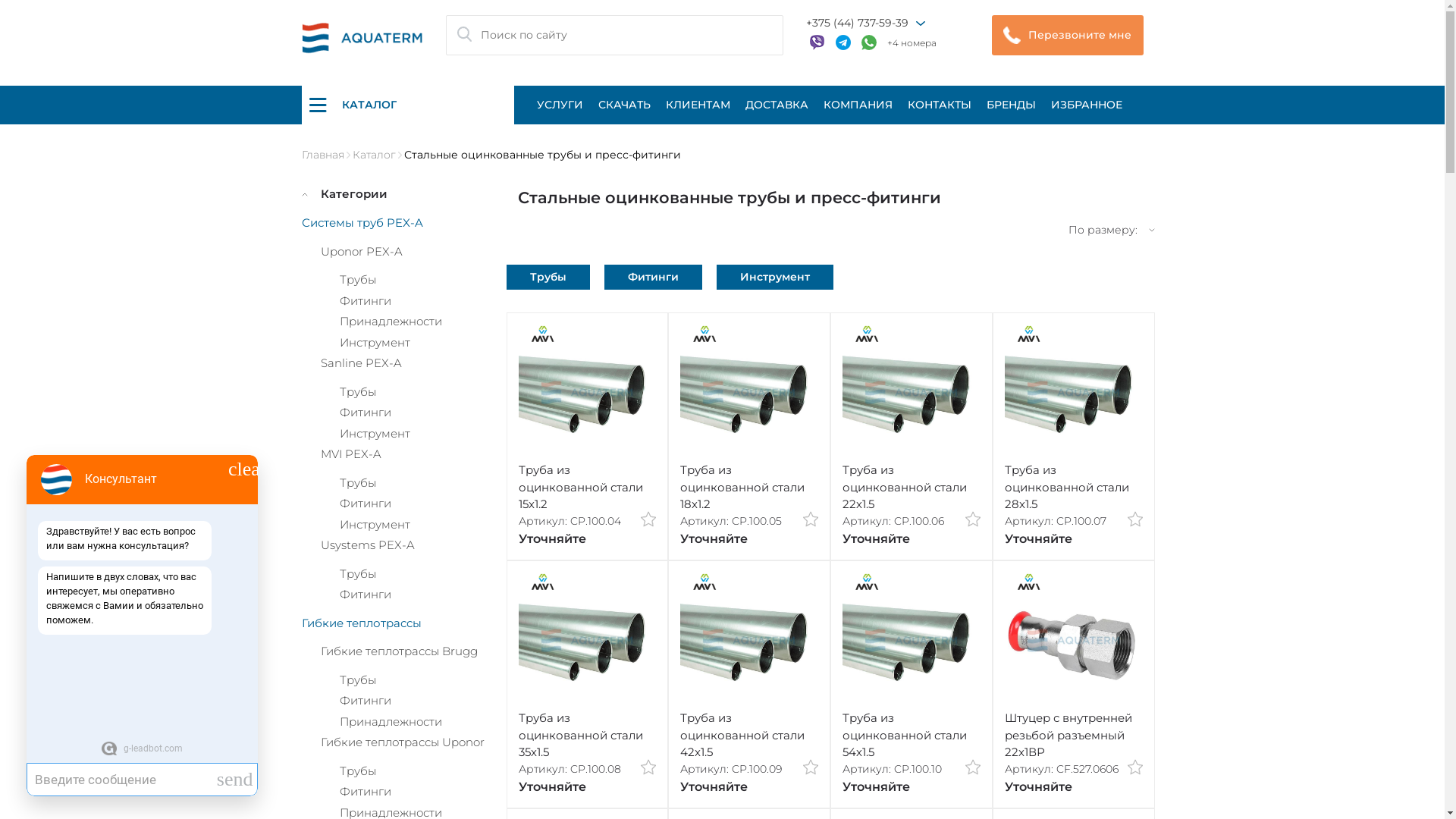 The width and height of the screenshot is (1456, 819). I want to click on 'MVI PEX-A', so click(319, 453).